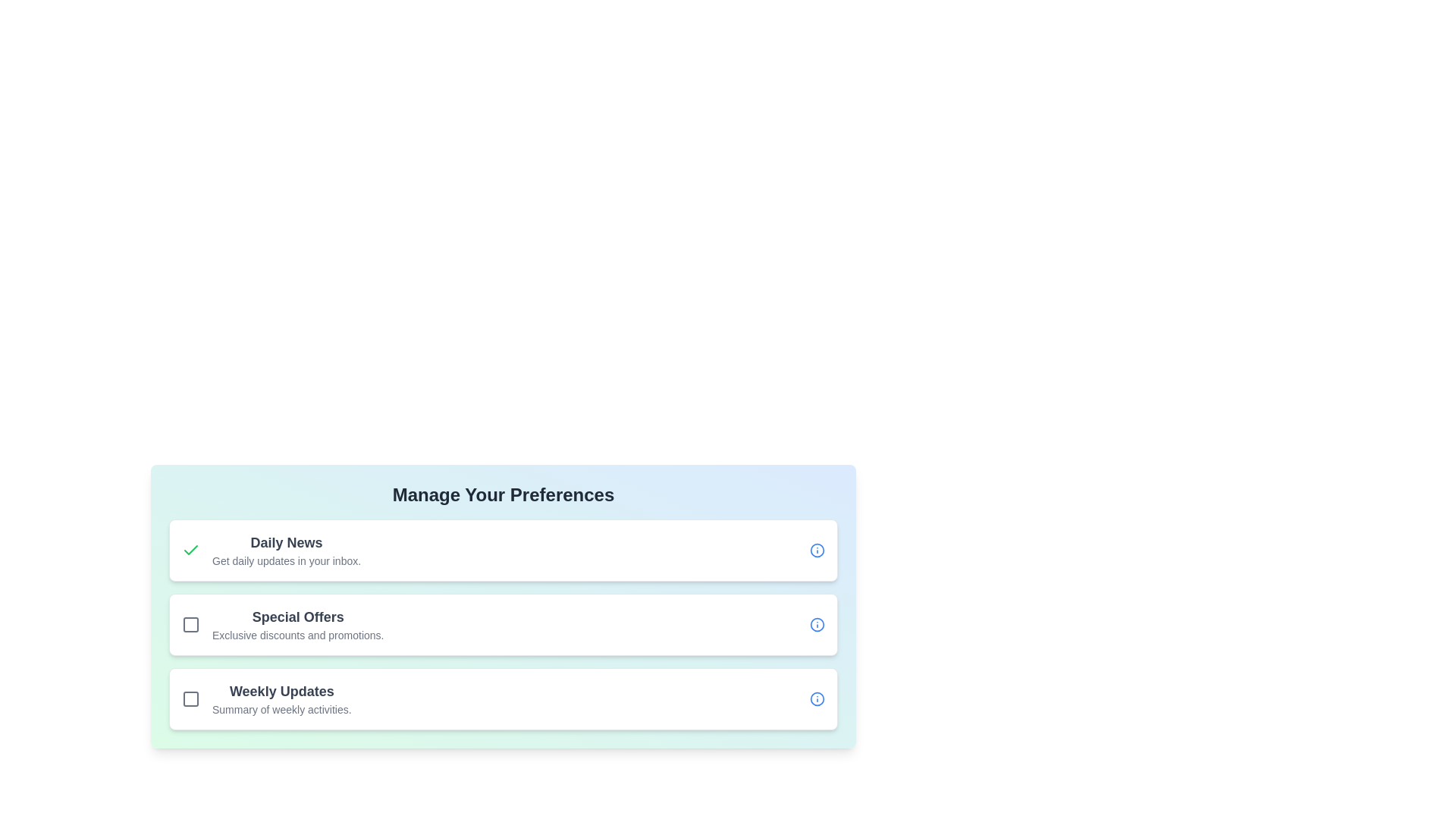 Image resolution: width=1456 pixels, height=819 pixels. I want to click on the circular graphical element with a blue outline located in the 'Special Offers' section near the top-right corner, so click(817, 550).